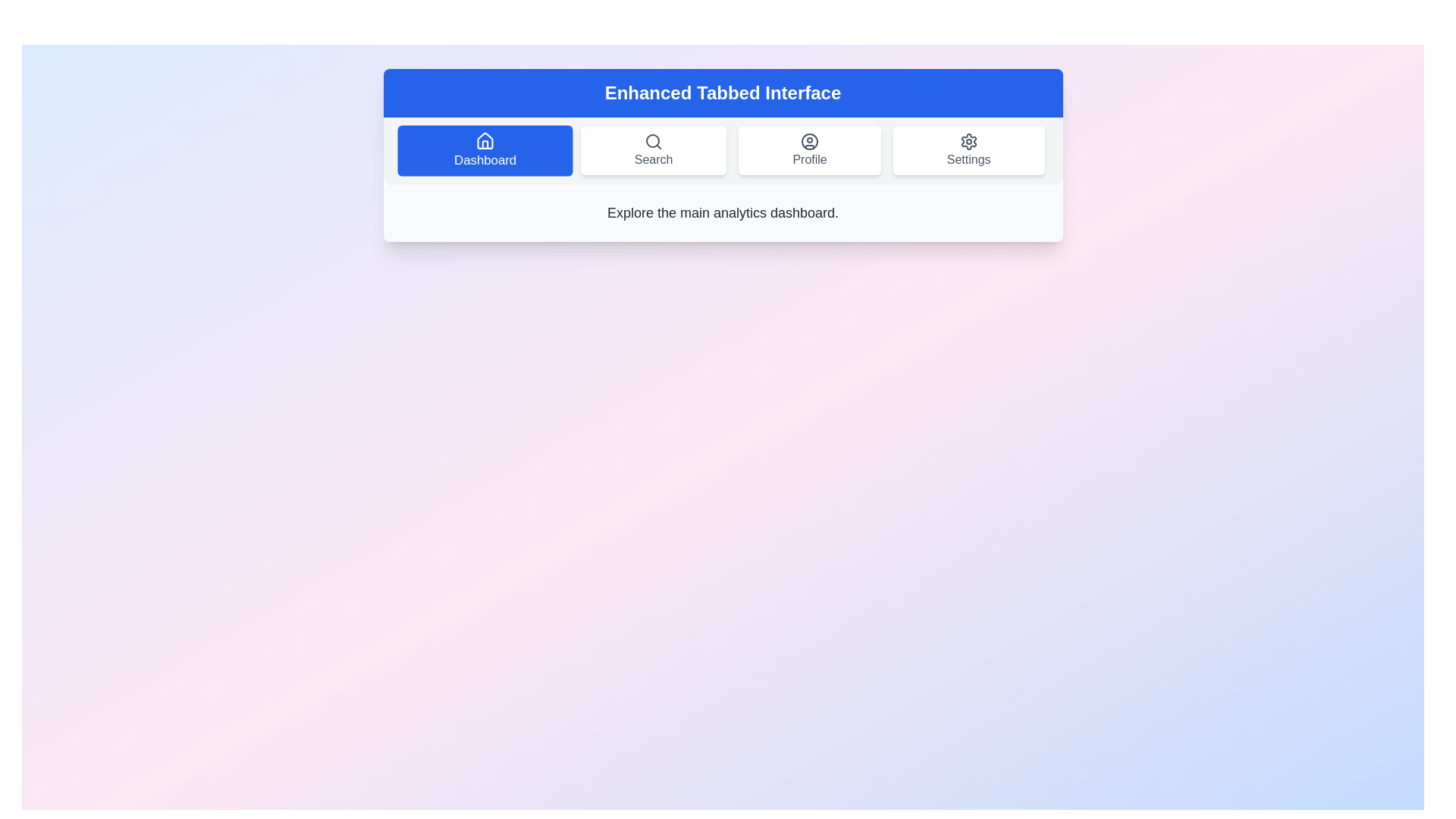  I want to click on the gear icon in the Settings tab of the top navigation bar, so click(968, 141).